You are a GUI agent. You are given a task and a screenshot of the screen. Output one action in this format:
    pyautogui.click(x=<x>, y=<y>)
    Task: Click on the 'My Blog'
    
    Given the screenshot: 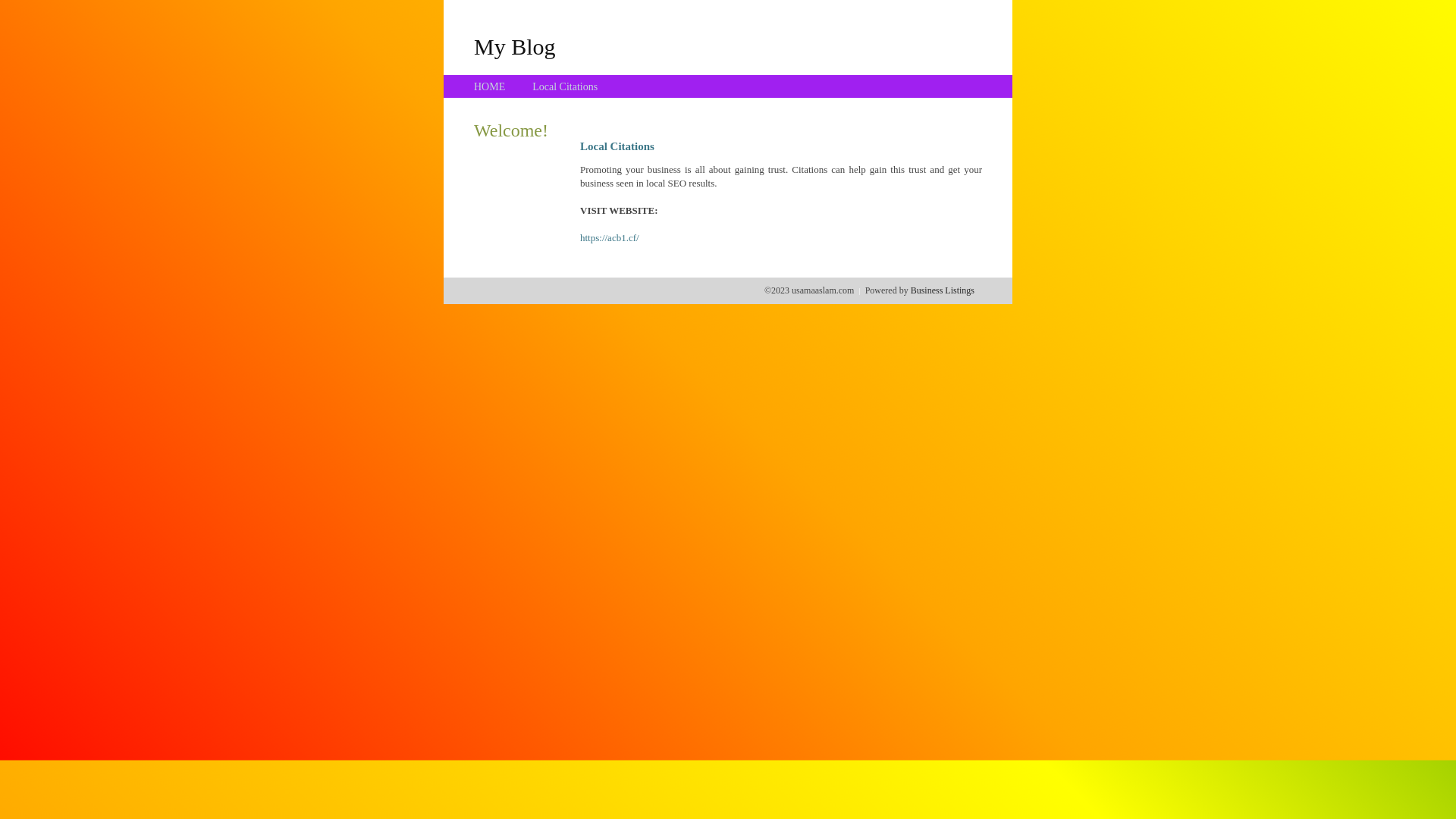 What is the action you would take?
    pyautogui.click(x=514, y=45)
    